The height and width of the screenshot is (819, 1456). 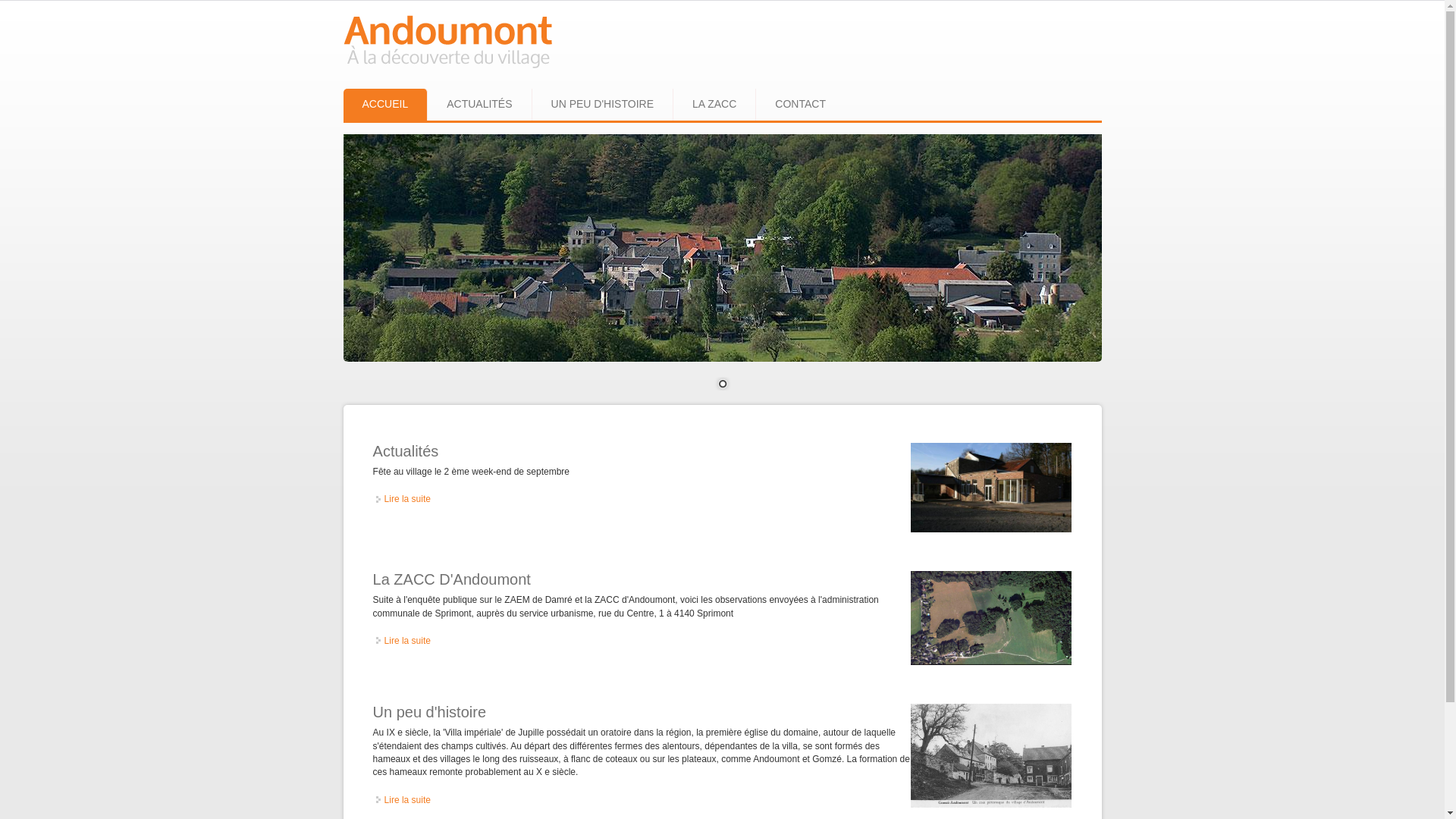 I want to click on 'Accueil', so click(x=446, y=70).